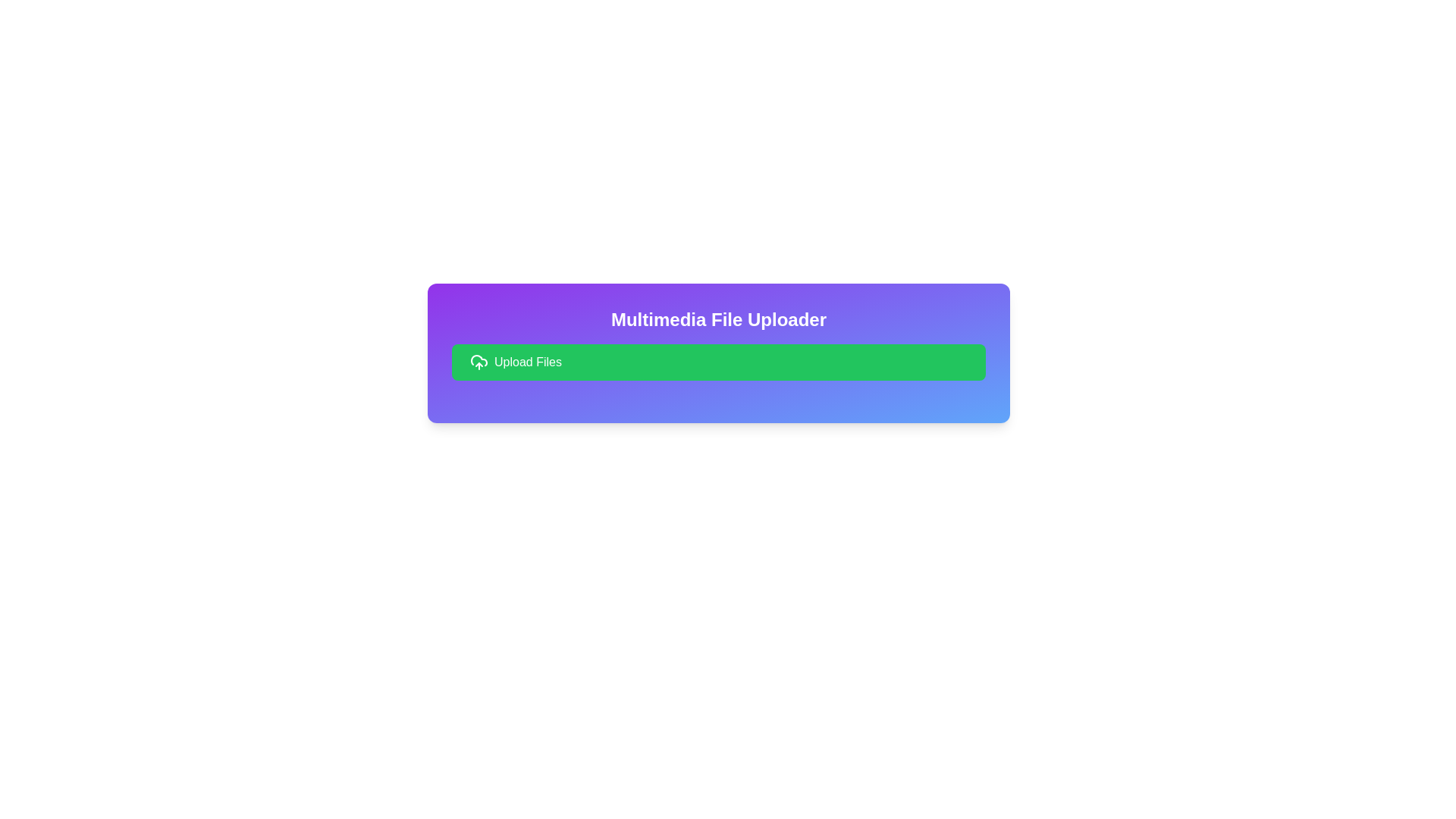  What do you see at coordinates (528, 362) in the screenshot?
I see `the 'Upload Files' button, which features bold white text on a vibrant green background` at bounding box center [528, 362].